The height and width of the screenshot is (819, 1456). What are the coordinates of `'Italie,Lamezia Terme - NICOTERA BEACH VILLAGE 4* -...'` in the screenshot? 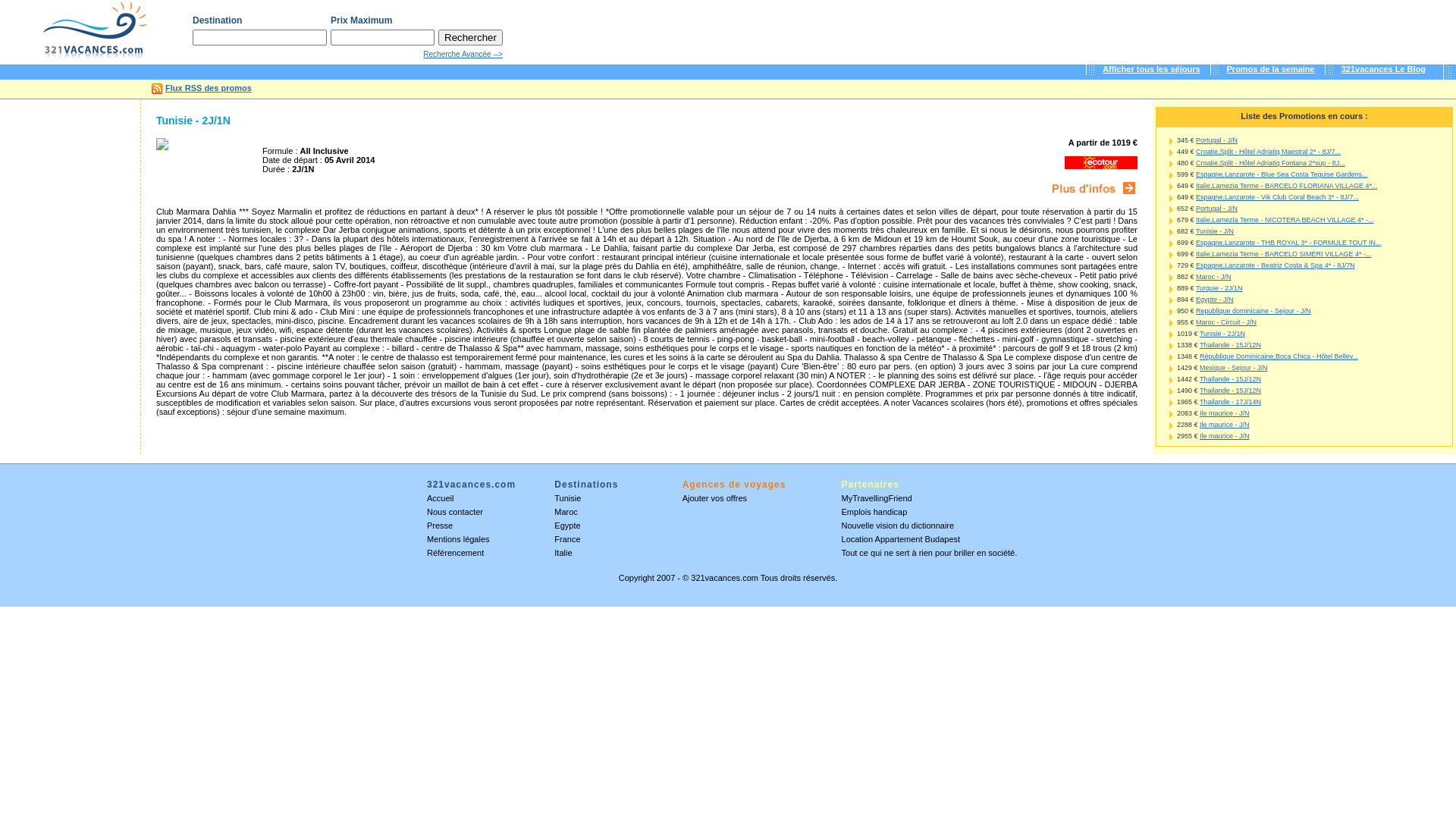 It's located at (1284, 219).